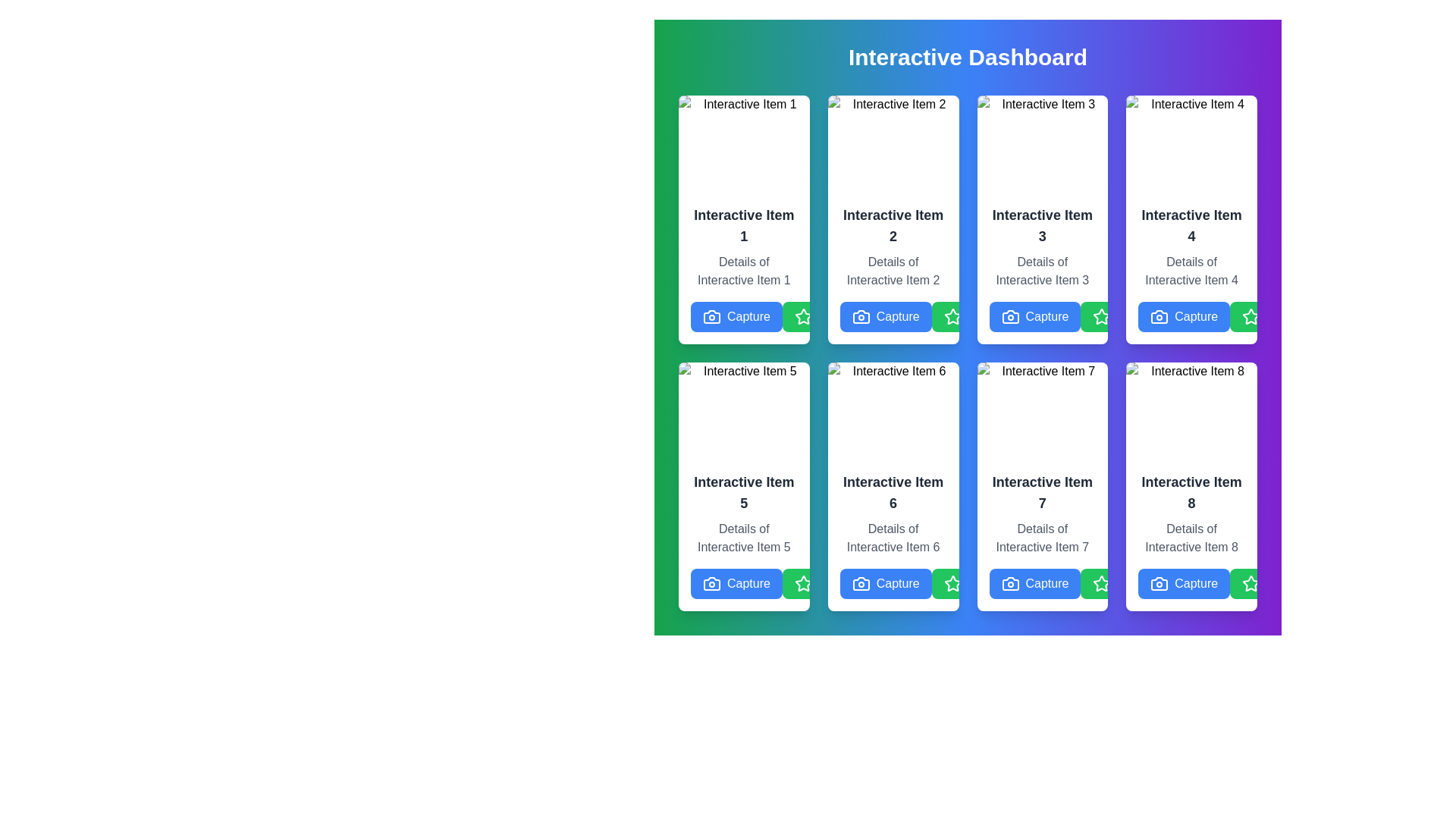 The height and width of the screenshot is (819, 1456). Describe the element at coordinates (1041, 271) in the screenshot. I see `the static text displaying 'Details of Interactive Item 3', which is located below the header 'Interactive Item 3' and above the action buttons in the card layout` at that location.